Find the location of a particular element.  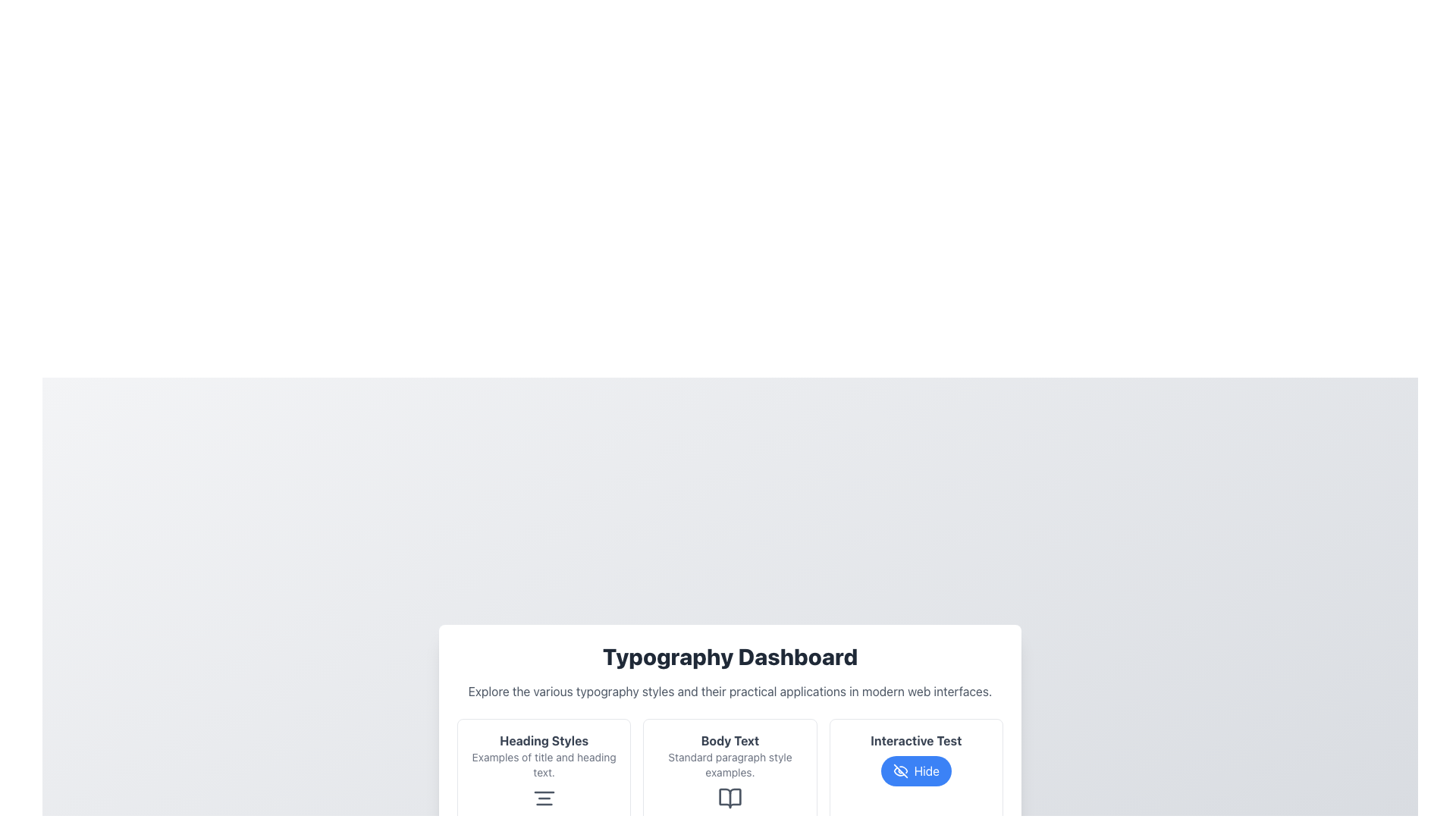

the text label displaying 'Standard paragraph style examples.' which is styled in a small, gray font and positioned below the bold 'Body Text' label within the rounded rectangular card is located at coordinates (730, 765).